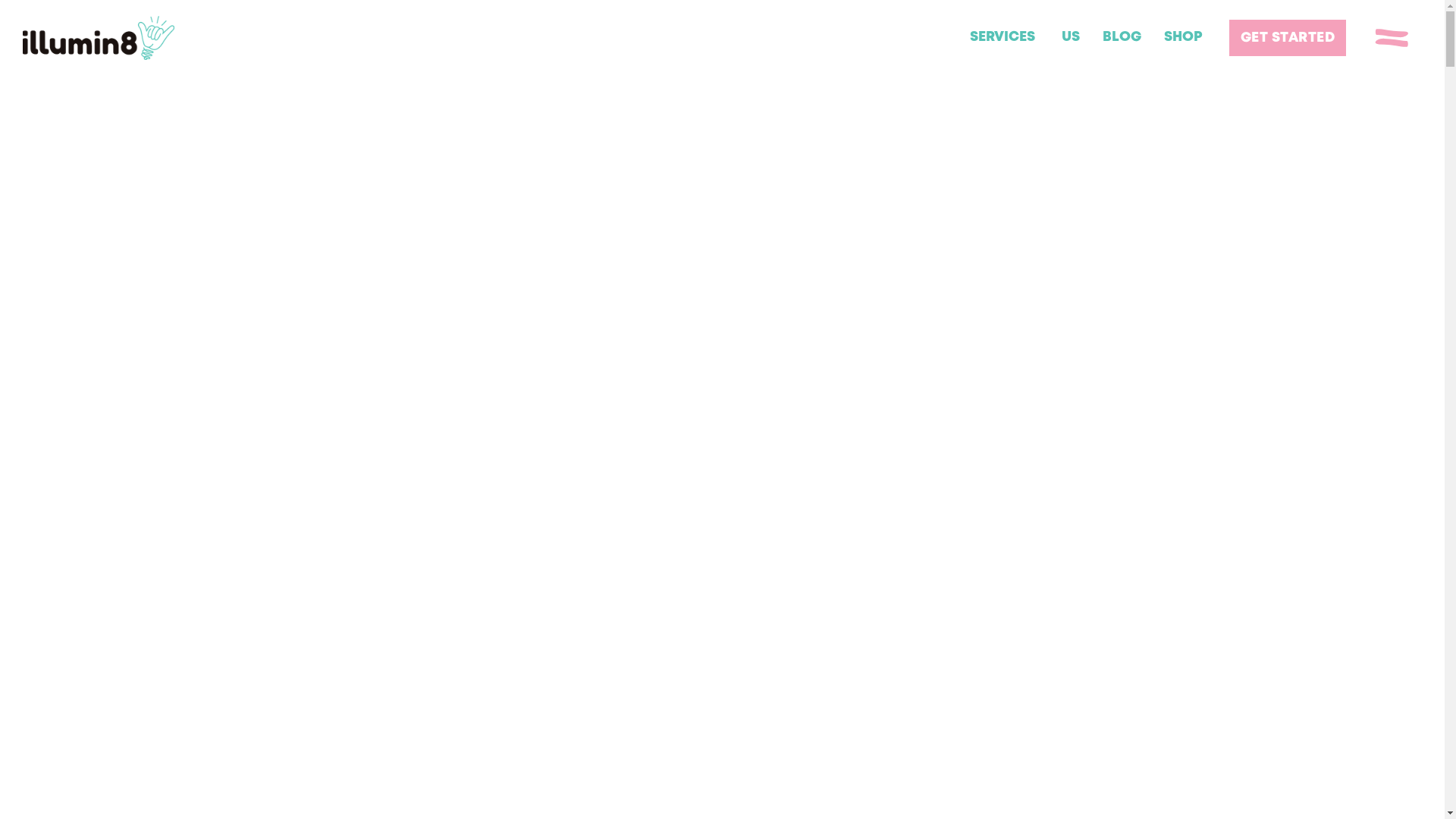 Image resolution: width=1456 pixels, height=819 pixels. What do you see at coordinates (1090, 37) in the screenshot?
I see `'BLOG'` at bounding box center [1090, 37].